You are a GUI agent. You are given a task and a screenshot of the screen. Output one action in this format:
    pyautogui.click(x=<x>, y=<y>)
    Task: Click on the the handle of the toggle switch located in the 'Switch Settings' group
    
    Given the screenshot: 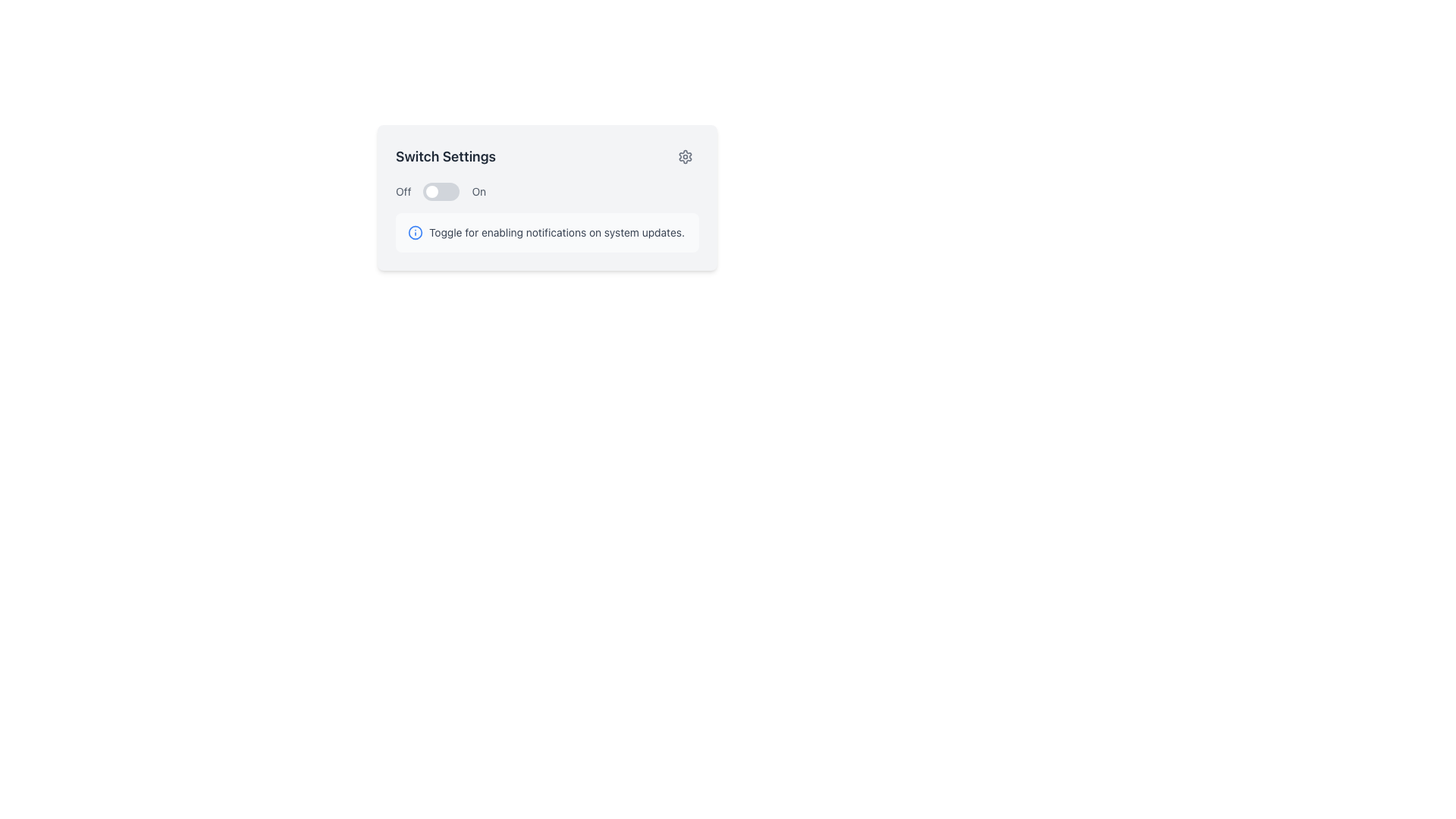 What is the action you would take?
    pyautogui.click(x=431, y=191)
    